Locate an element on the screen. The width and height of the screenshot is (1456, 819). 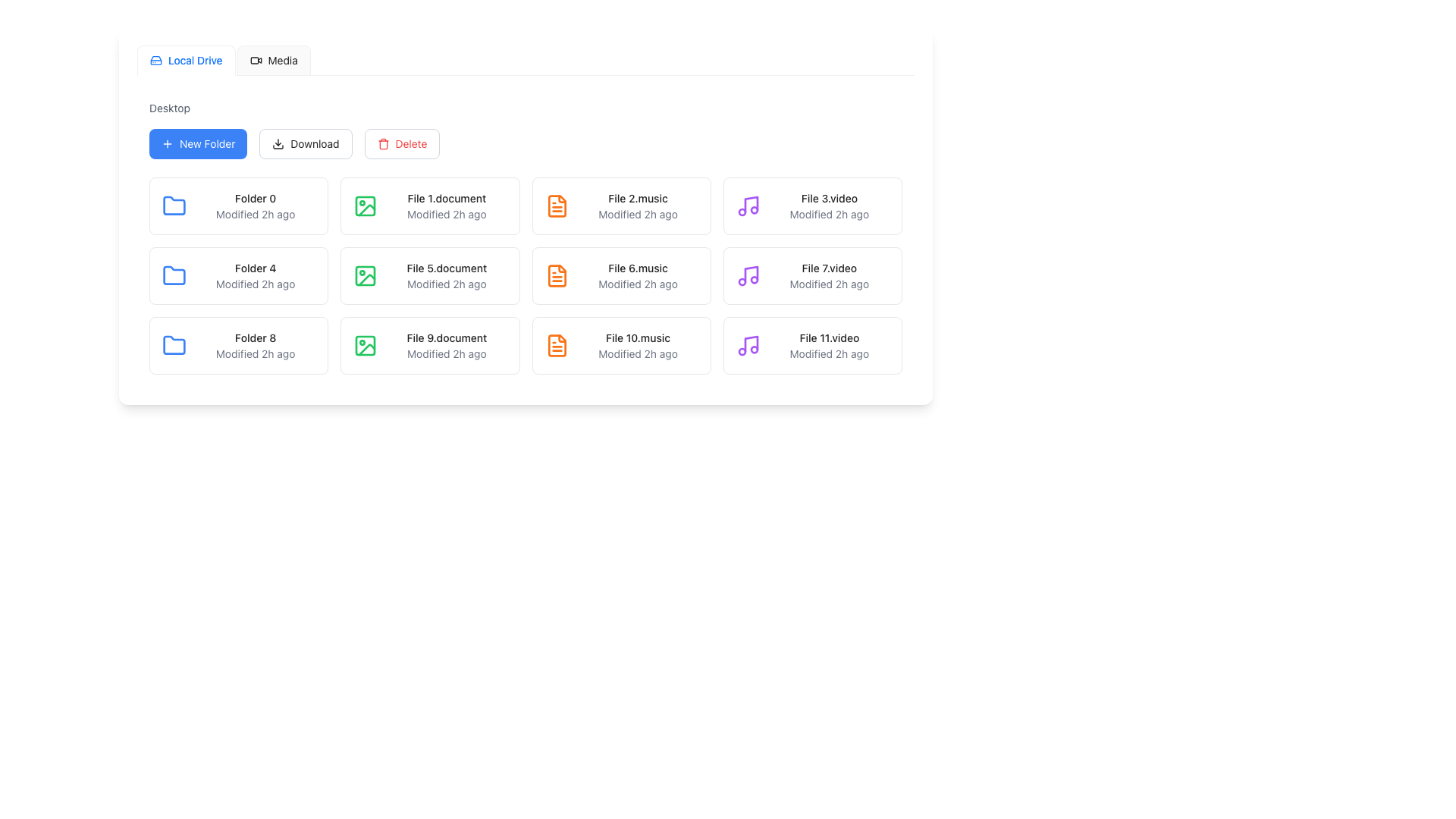
the music file icon representing 'File 2.music' located in the top-right region of the interface grid layout is located at coordinates (556, 206).